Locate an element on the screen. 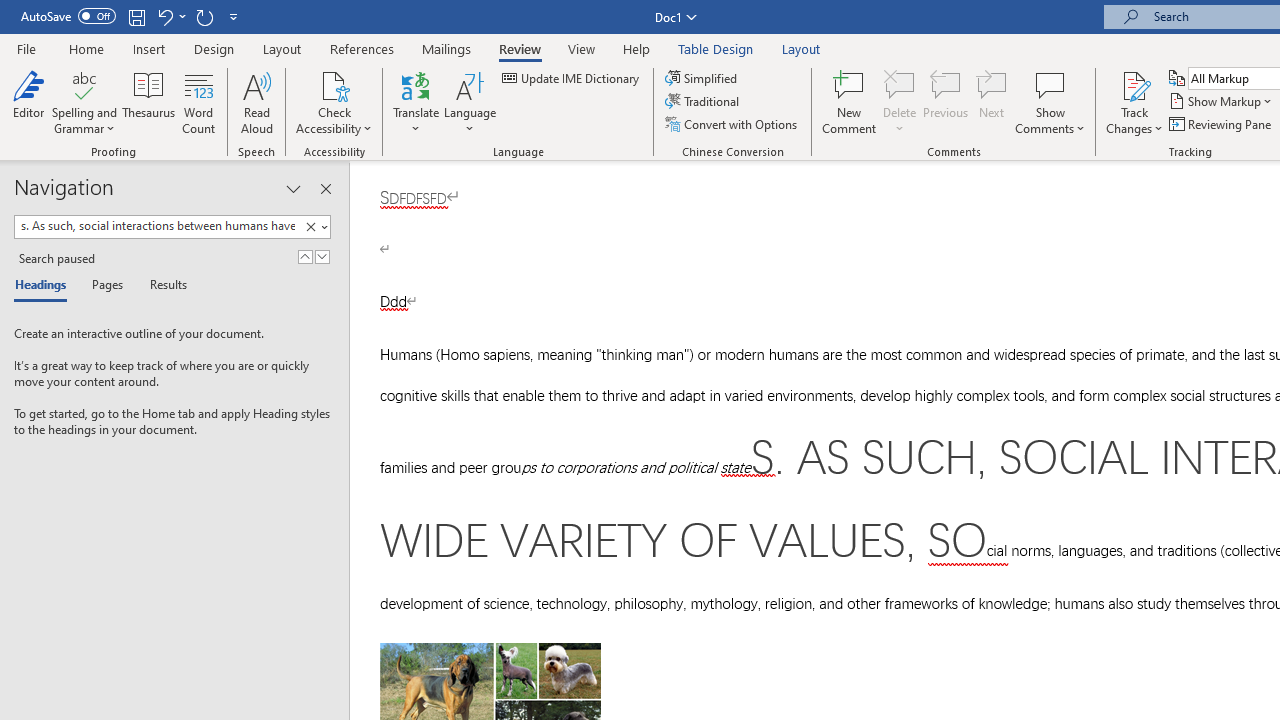 Image resolution: width=1280 pixels, height=720 pixels. 'Undo Style' is located at coordinates (164, 16).